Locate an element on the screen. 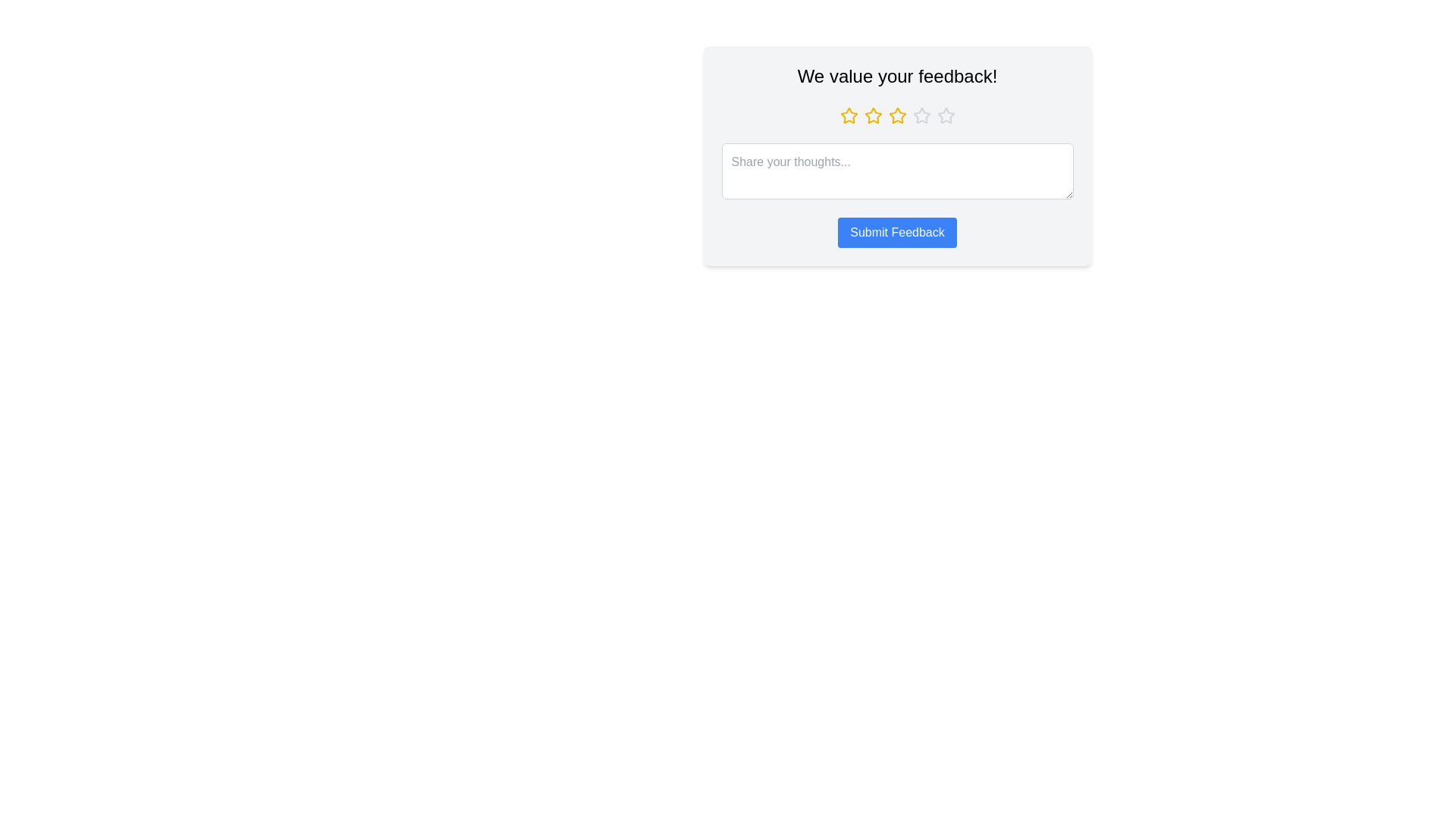  the submit button located at the bottom center of the feedback card is located at coordinates (897, 233).